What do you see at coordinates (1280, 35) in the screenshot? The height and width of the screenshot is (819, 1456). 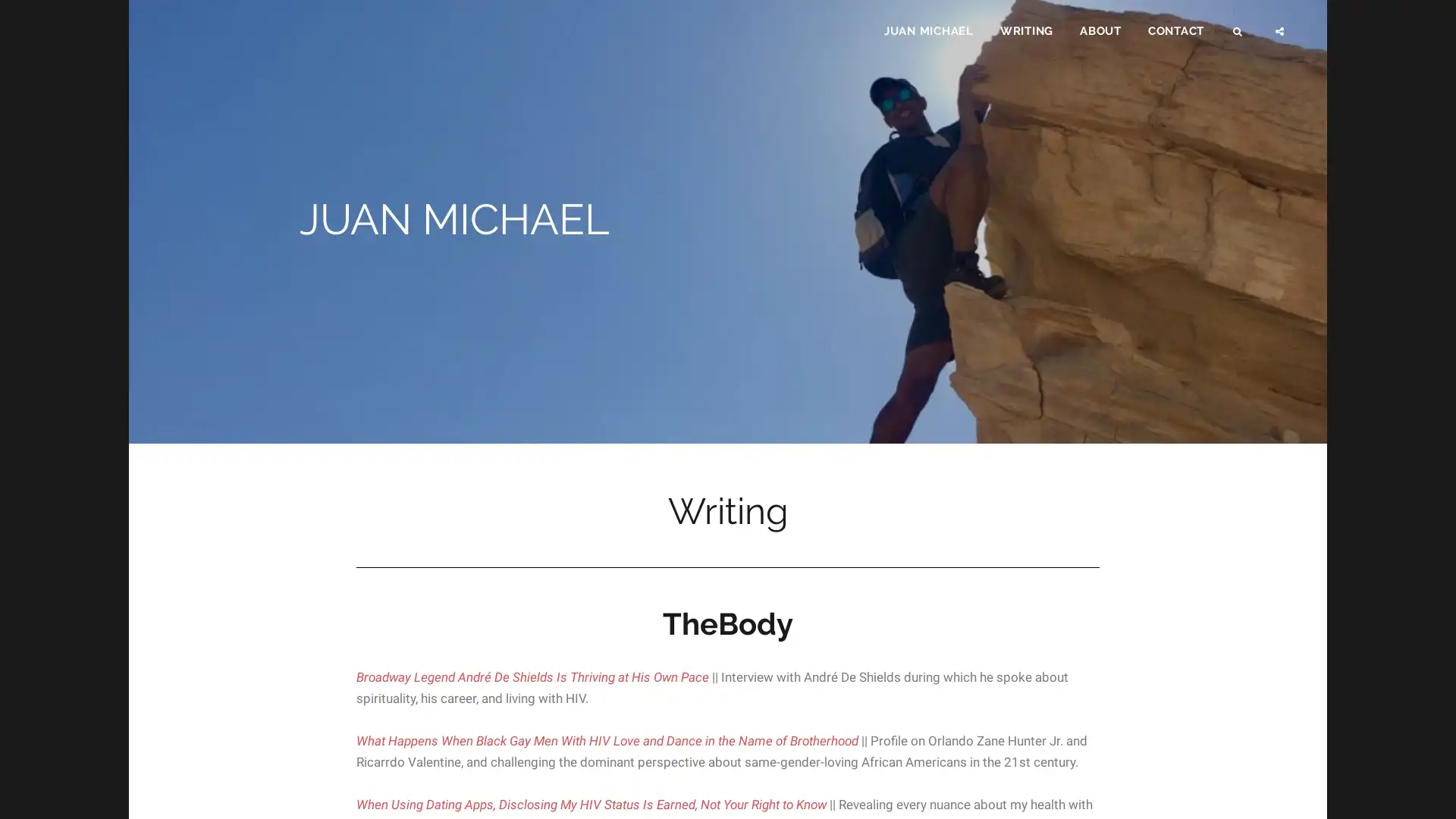 I see `SOCIAL MENU` at bounding box center [1280, 35].